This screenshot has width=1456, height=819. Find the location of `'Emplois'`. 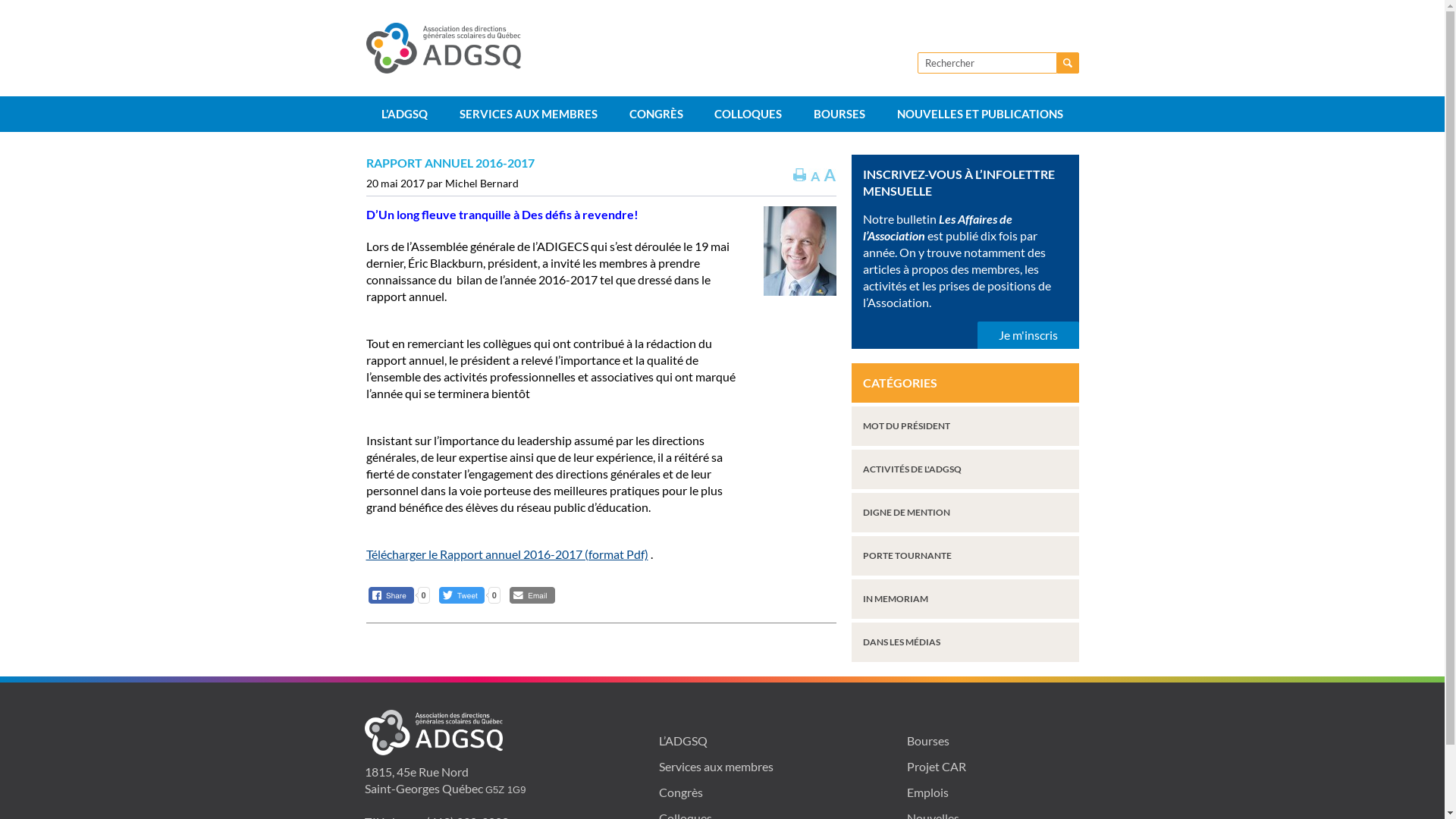

'Emplois' is located at coordinates (906, 791).